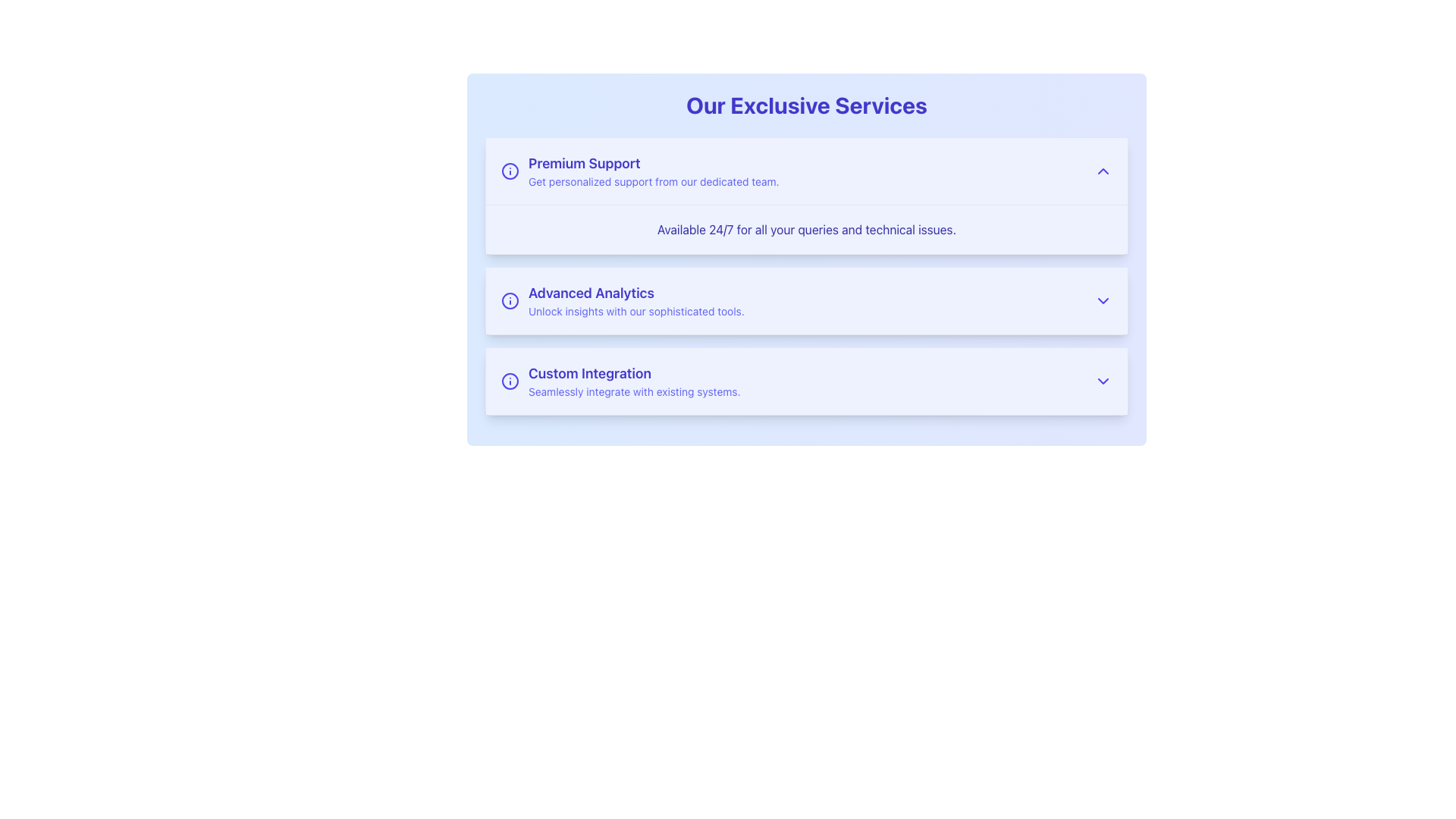  Describe the element at coordinates (806, 380) in the screenshot. I see `the third collapsible list item representing 'Custom Integration'` at that location.